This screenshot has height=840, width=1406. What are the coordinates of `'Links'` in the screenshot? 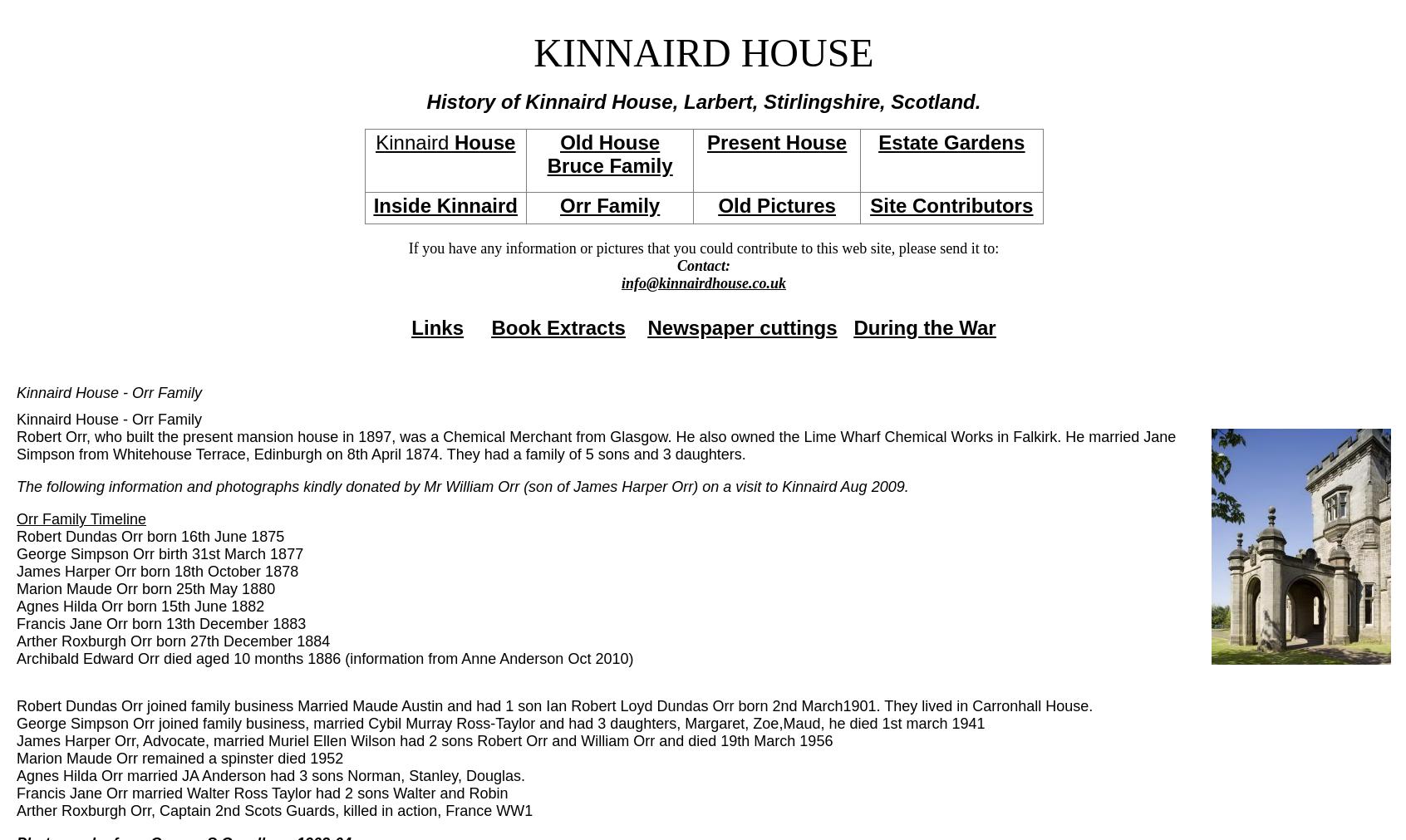 It's located at (437, 327).